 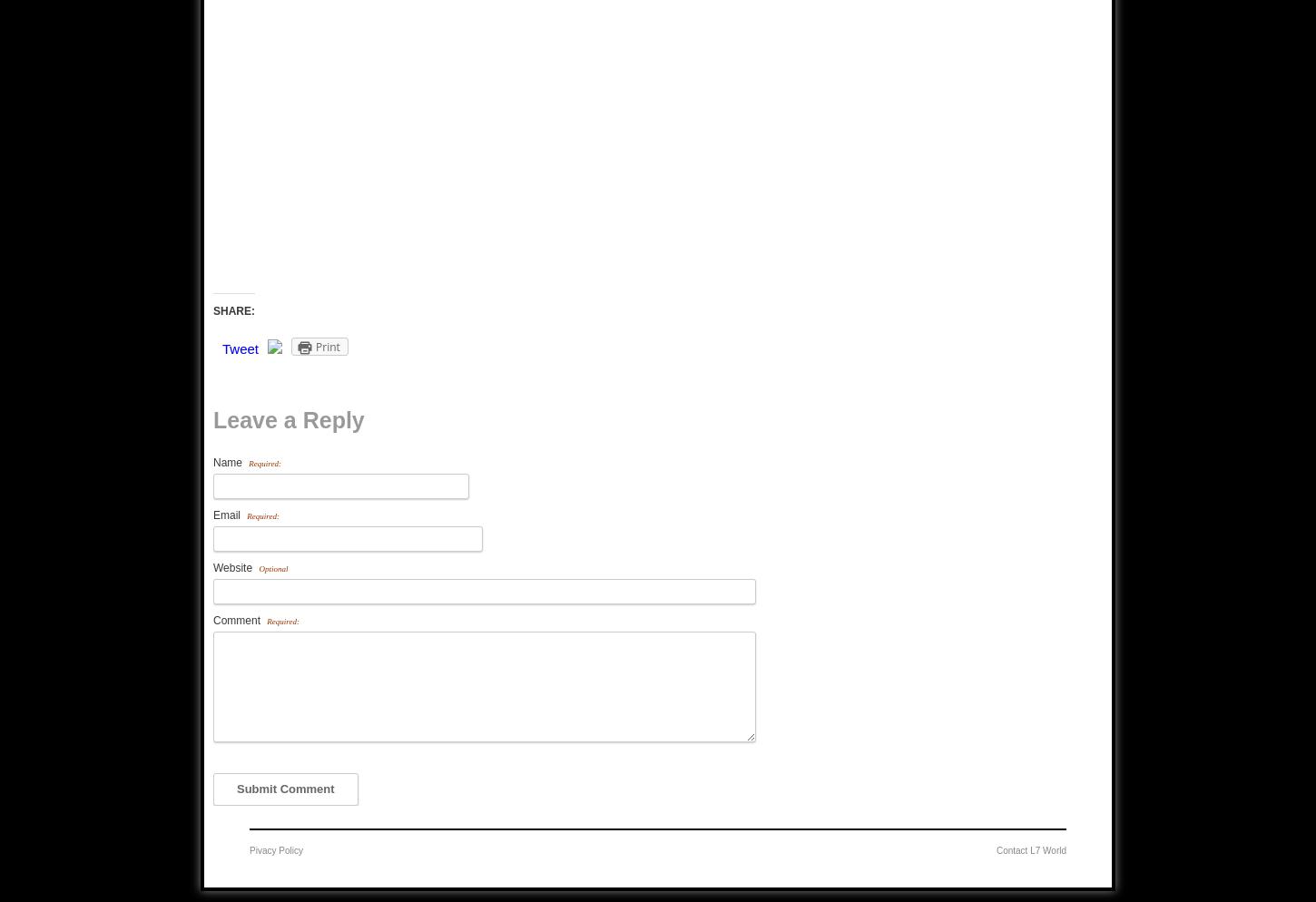 I want to click on 'Print', so click(x=328, y=347).